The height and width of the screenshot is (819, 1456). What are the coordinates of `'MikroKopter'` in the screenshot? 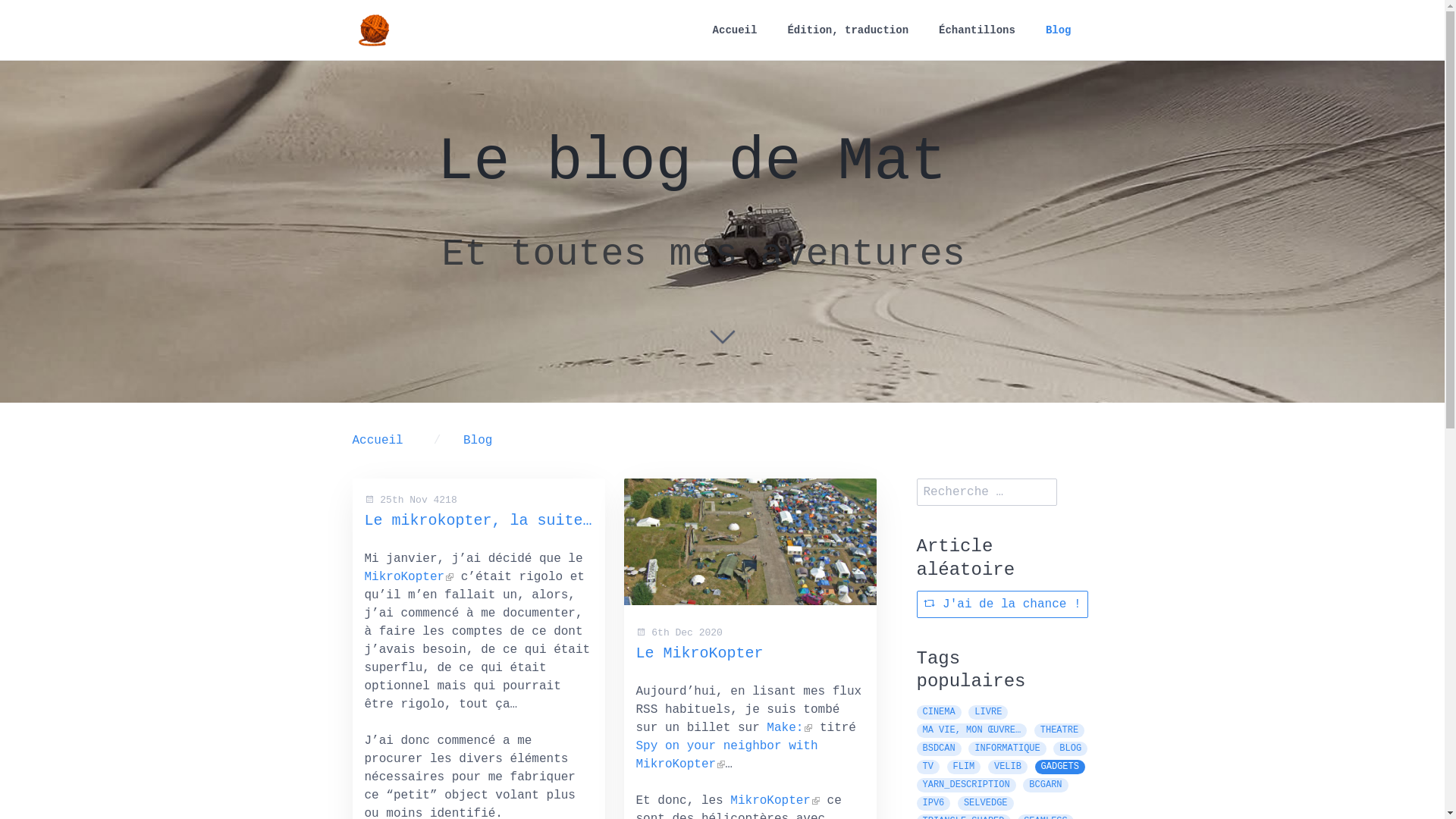 It's located at (775, 799).